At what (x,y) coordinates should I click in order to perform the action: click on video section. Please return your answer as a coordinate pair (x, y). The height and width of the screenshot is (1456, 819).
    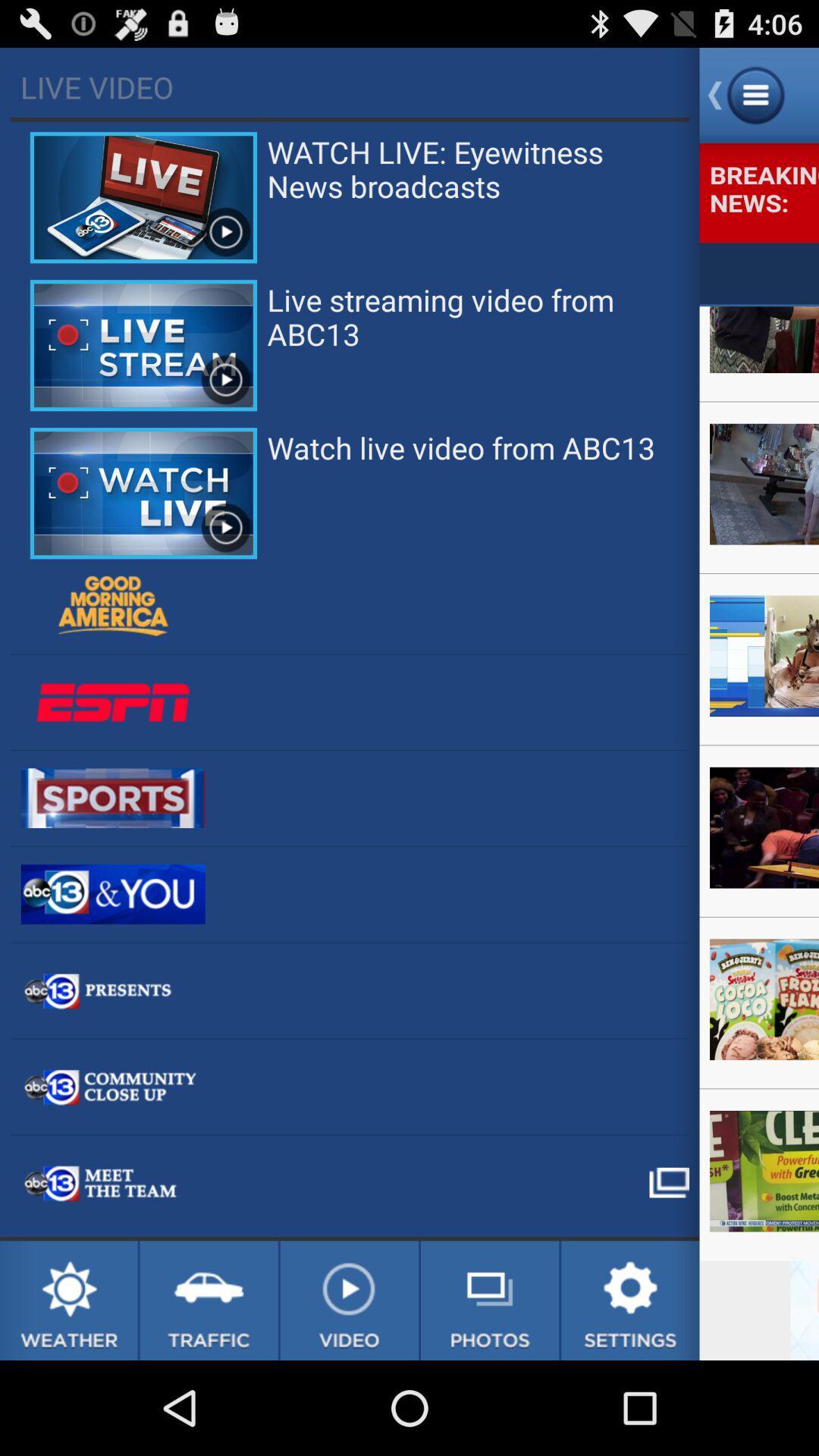
    Looking at the image, I should click on (349, 1300).